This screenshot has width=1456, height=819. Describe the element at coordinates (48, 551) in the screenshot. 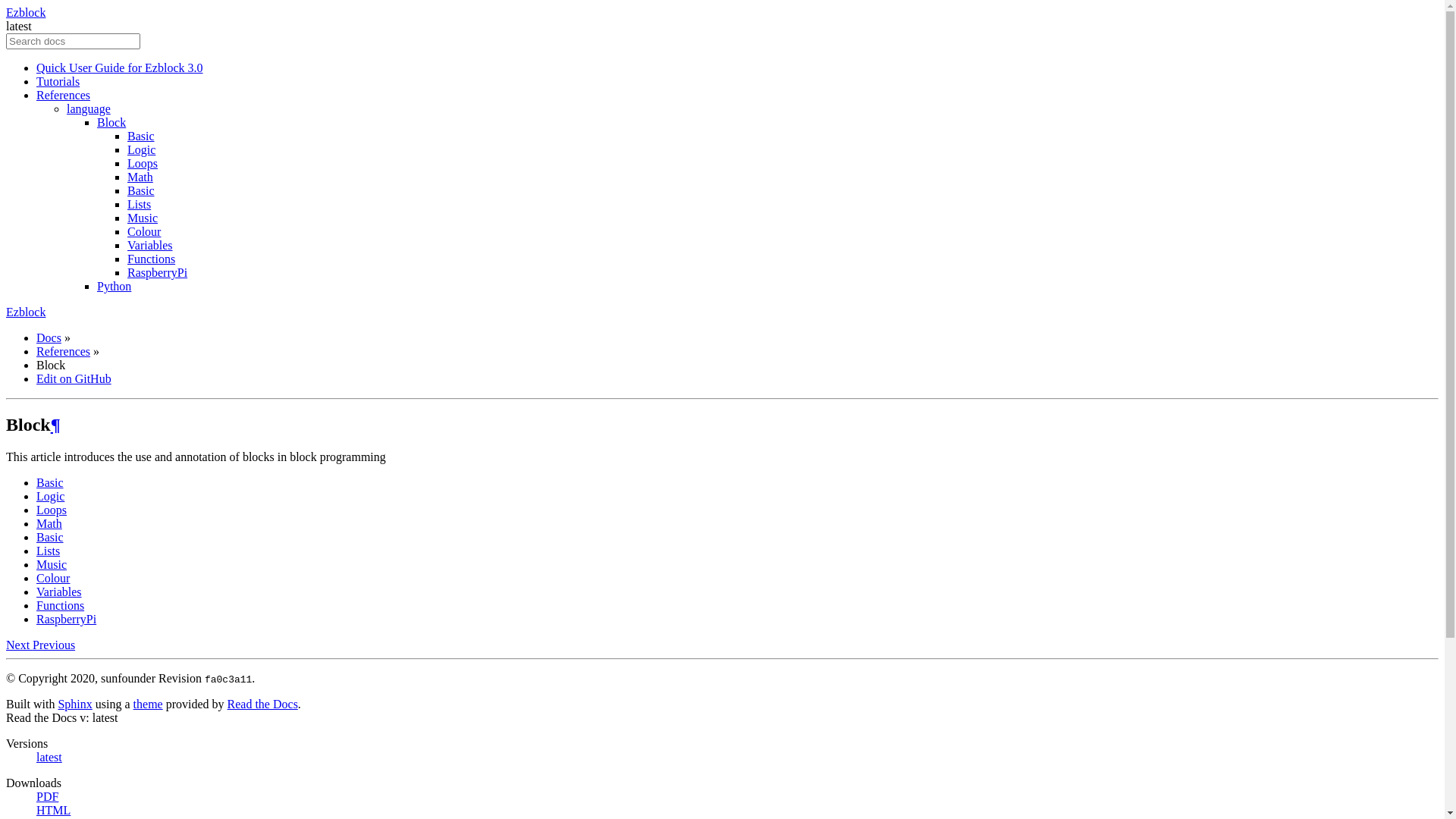

I see `'Lists'` at that location.